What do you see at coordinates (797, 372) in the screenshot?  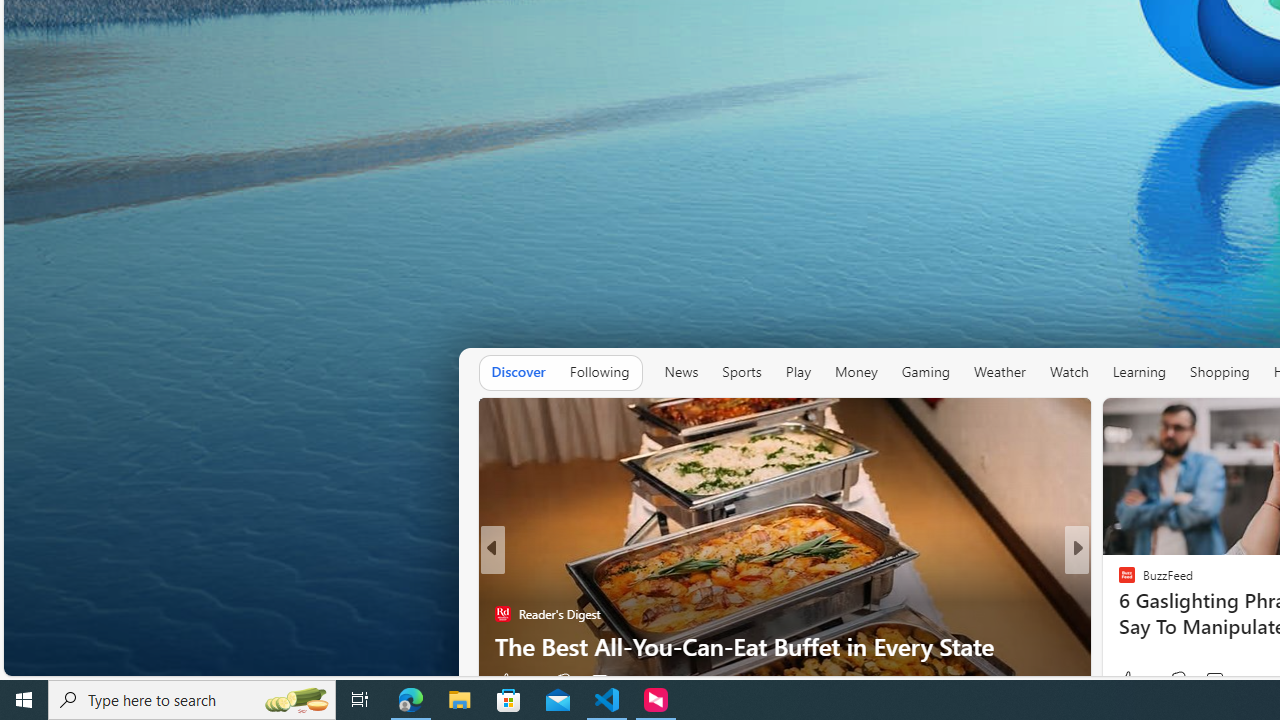 I see `'Play'` at bounding box center [797, 372].